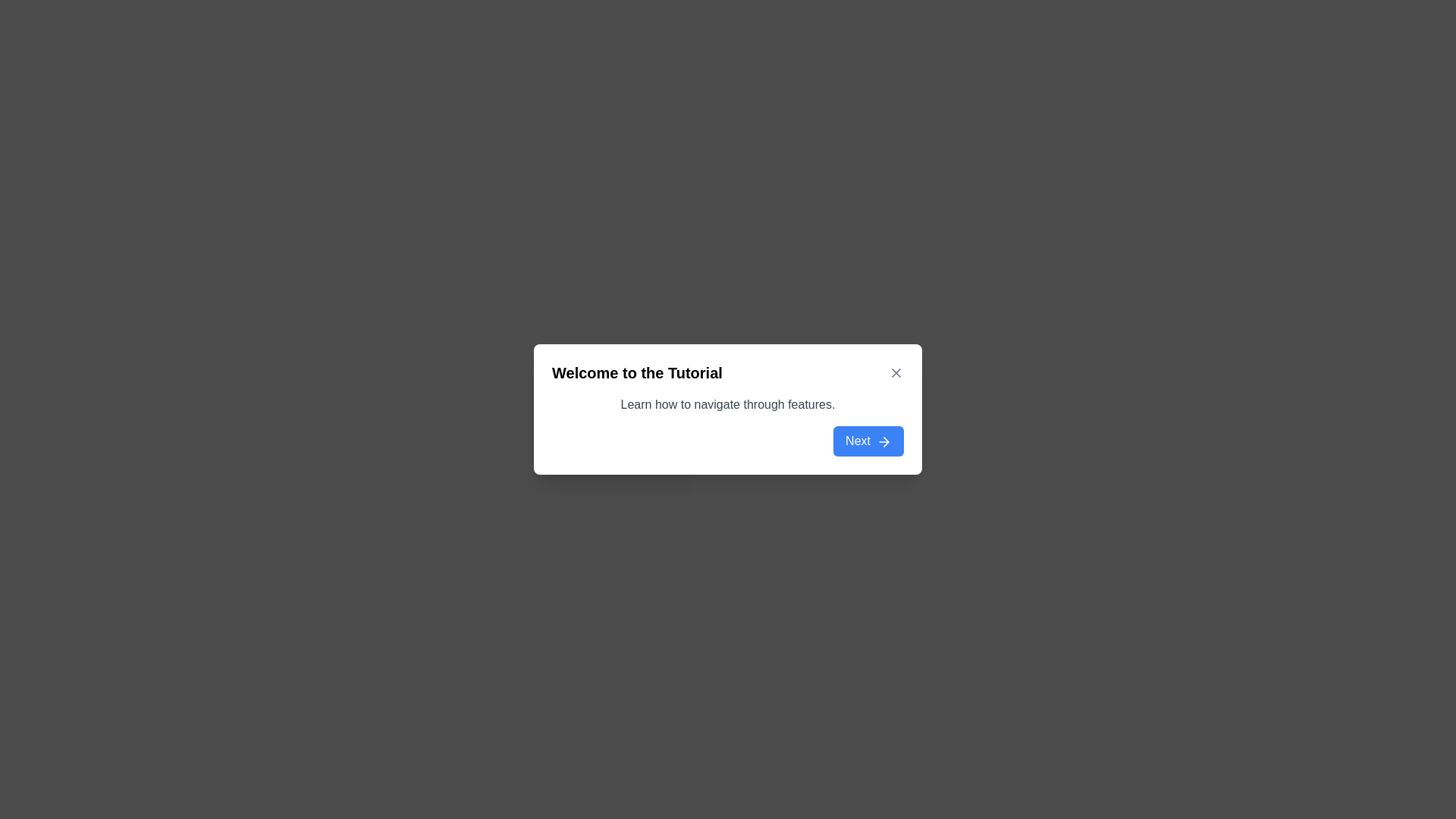 Image resolution: width=1456 pixels, height=819 pixels. Describe the element at coordinates (884, 441) in the screenshot. I see `the right-pointing arrow icon inside the blue 'Next' button, which indicates a forward action` at that location.